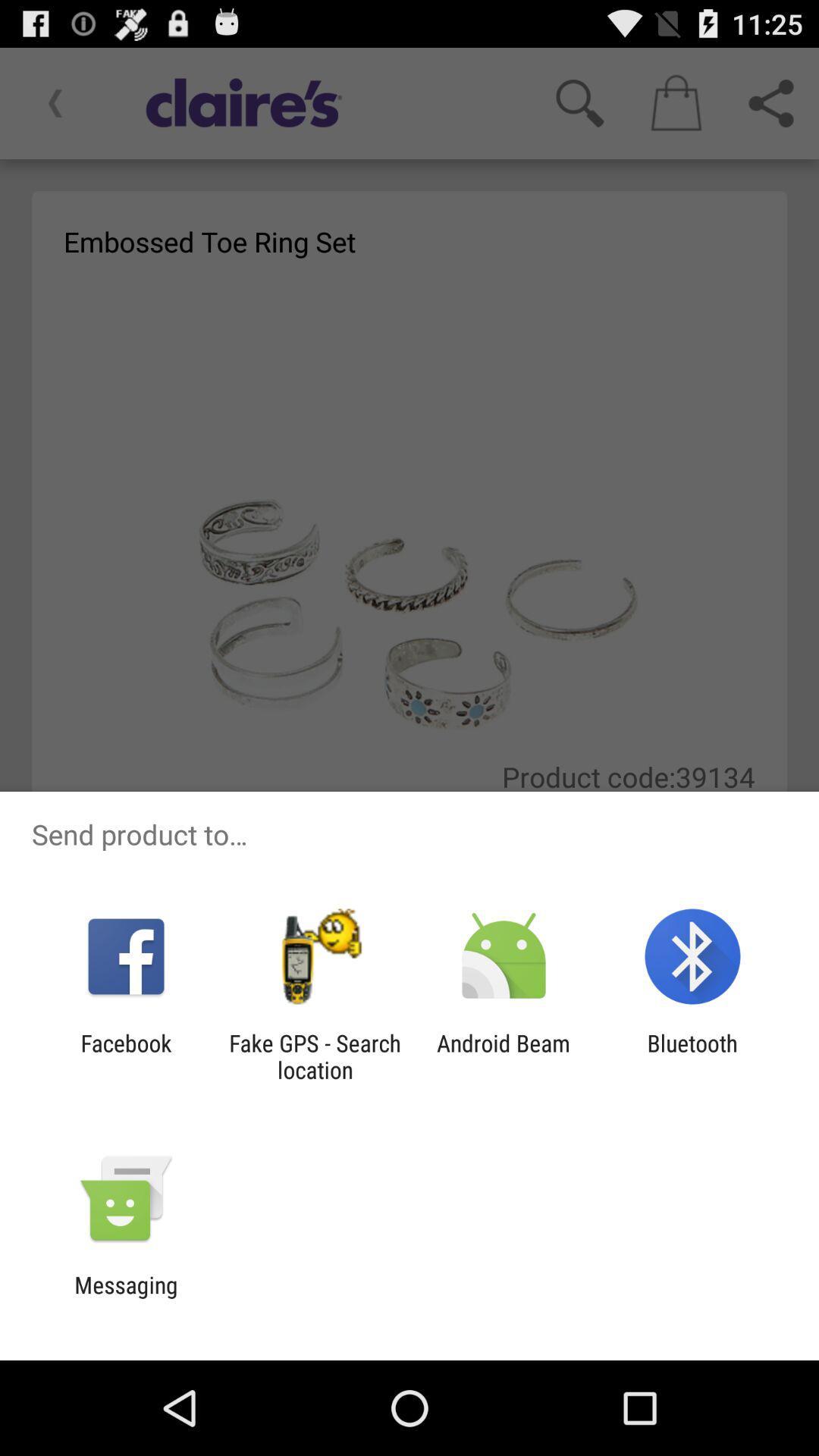 This screenshot has width=819, height=1456. Describe the element at coordinates (125, 1056) in the screenshot. I see `the app next to the fake gps search` at that location.